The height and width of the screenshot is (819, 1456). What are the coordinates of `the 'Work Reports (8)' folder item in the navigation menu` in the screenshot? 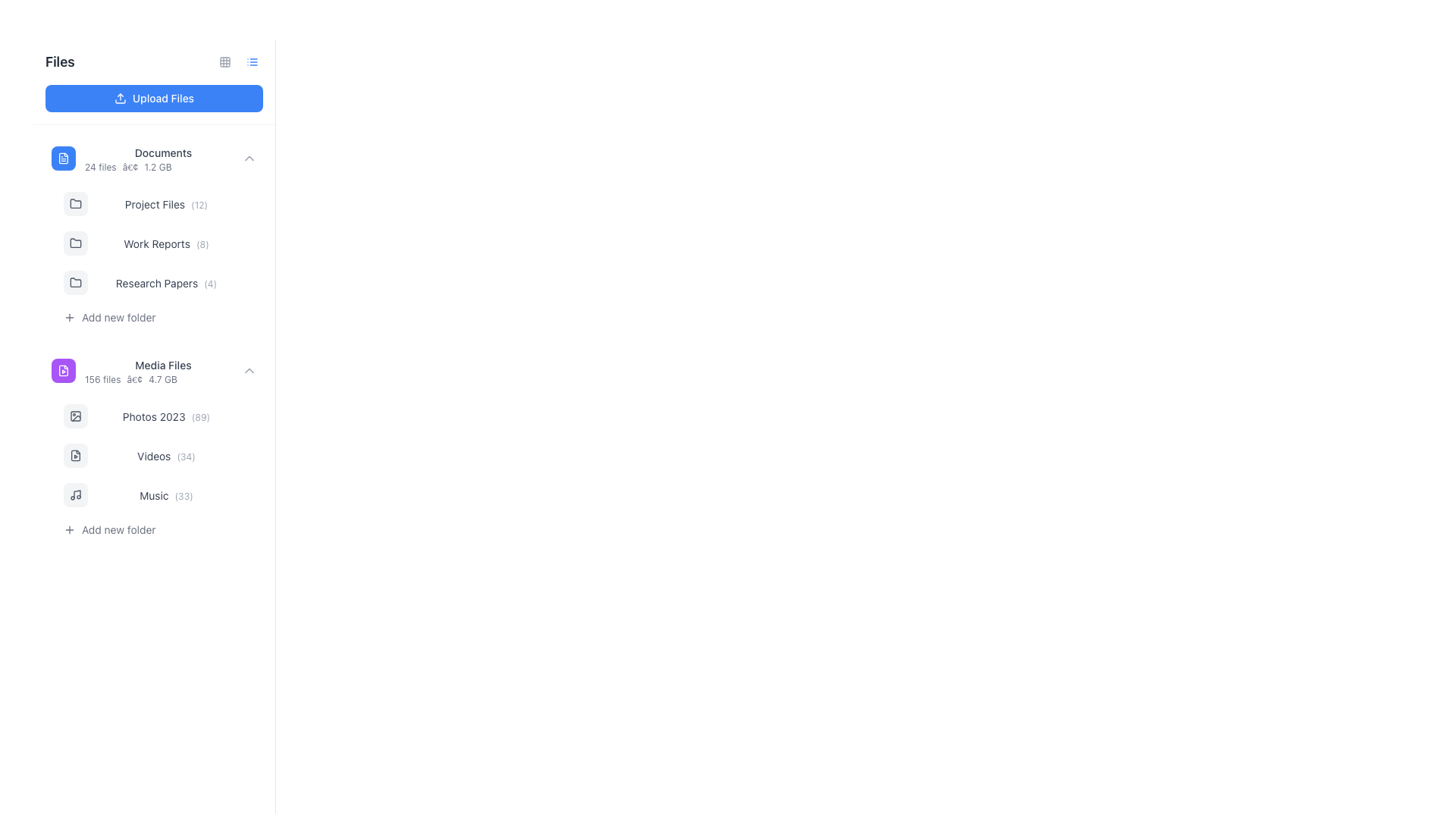 It's located at (154, 234).